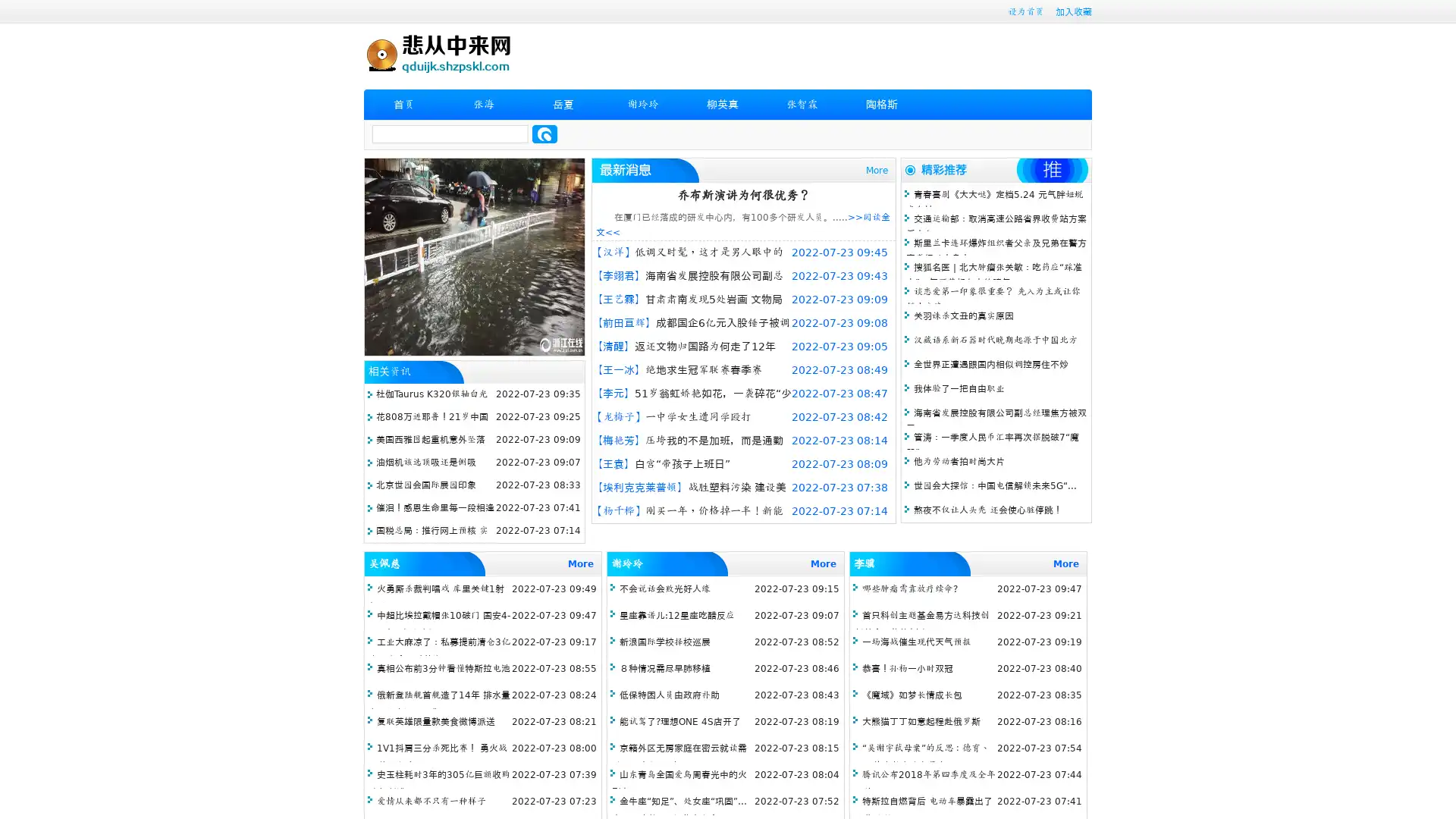 The height and width of the screenshot is (819, 1456). Describe the element at coordinates (544, 133) in the screenshot. I see `Search` at that location.